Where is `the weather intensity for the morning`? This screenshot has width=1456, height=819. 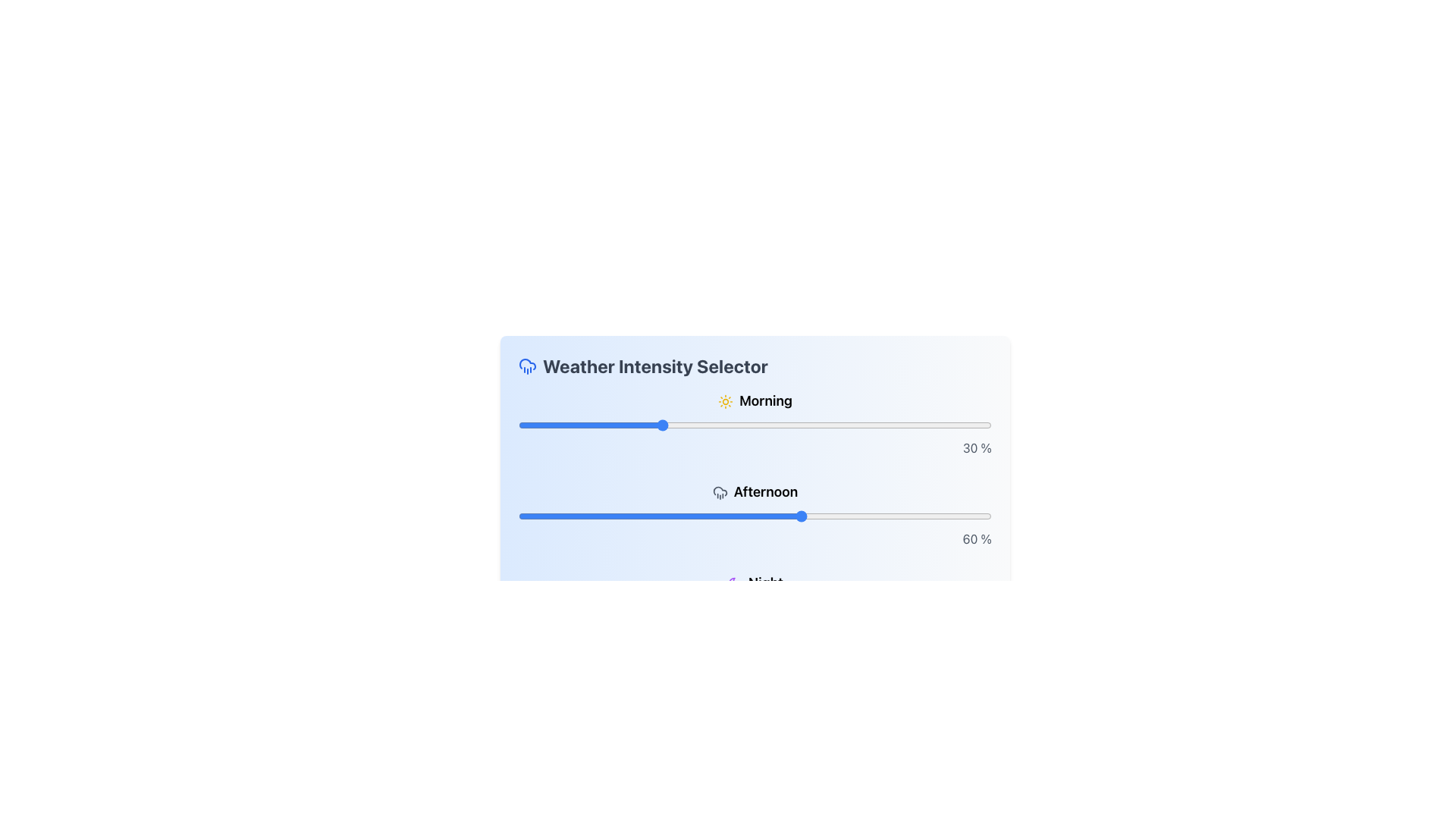 the weather intensity for the morning is located at coordinates (551, 425).